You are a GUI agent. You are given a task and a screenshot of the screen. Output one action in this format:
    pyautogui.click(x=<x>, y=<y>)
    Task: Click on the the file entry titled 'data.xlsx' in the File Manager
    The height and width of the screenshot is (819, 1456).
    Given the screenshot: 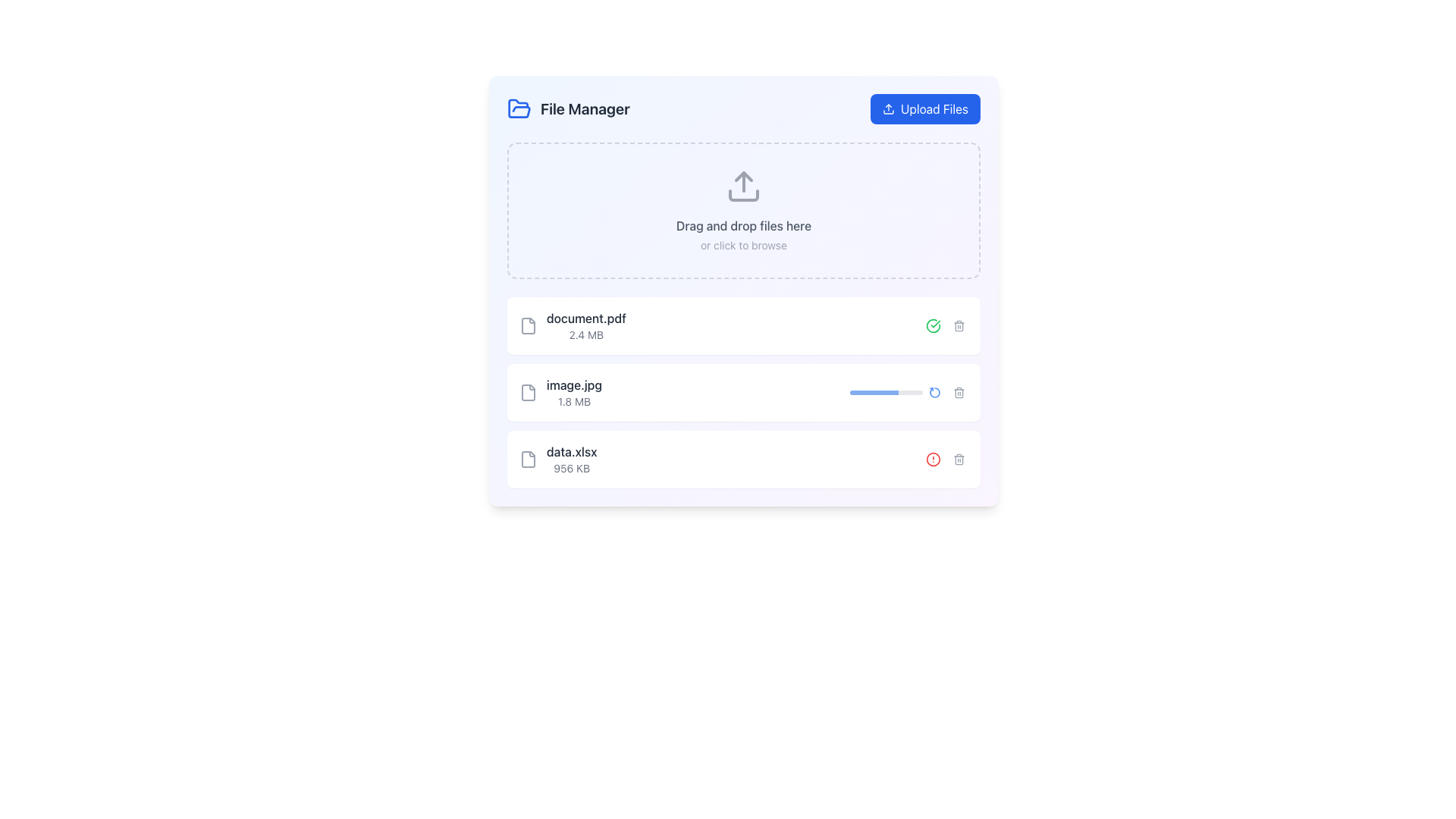 What is the action you would take?
    pyautogui.click(x=743, y=458)
    